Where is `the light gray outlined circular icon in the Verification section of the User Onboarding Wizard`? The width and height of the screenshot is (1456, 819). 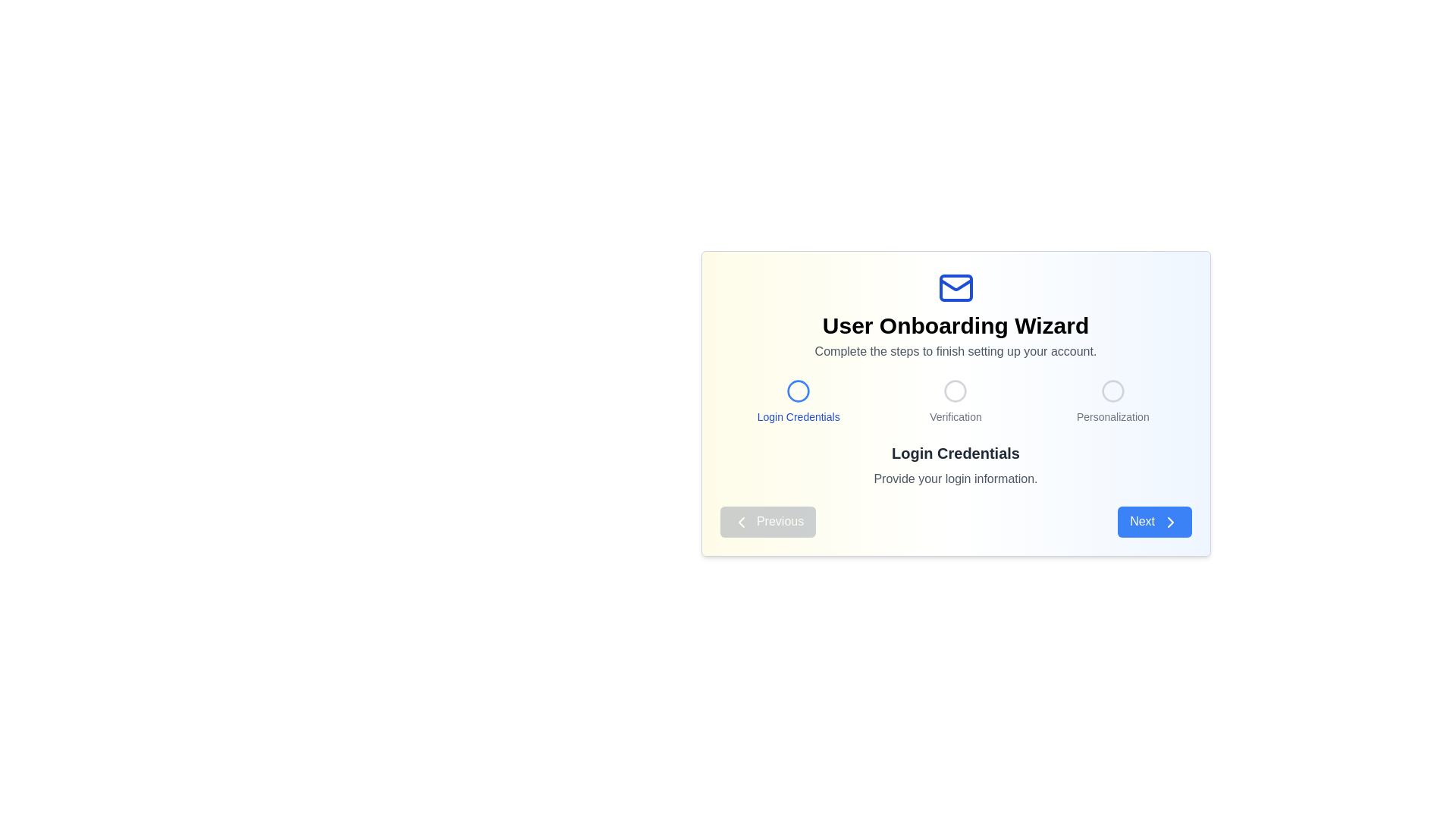 the light gray outlined circular icon in the Verification section of the User Onboarding Wizard is located at coordinates (955, 391).